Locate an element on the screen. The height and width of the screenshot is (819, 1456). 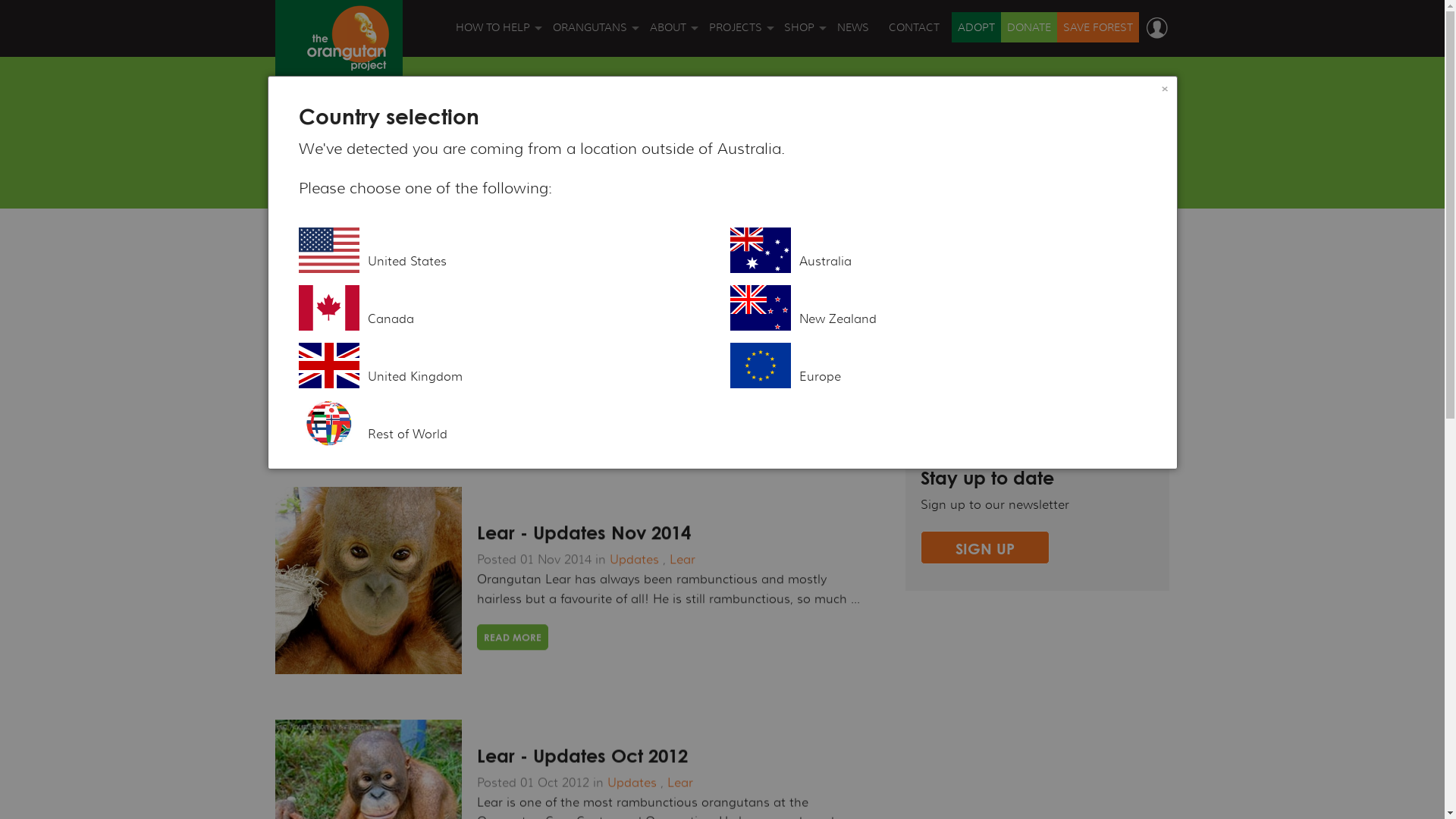
'ORANGUTANS' is located at coordinates (593, 27).